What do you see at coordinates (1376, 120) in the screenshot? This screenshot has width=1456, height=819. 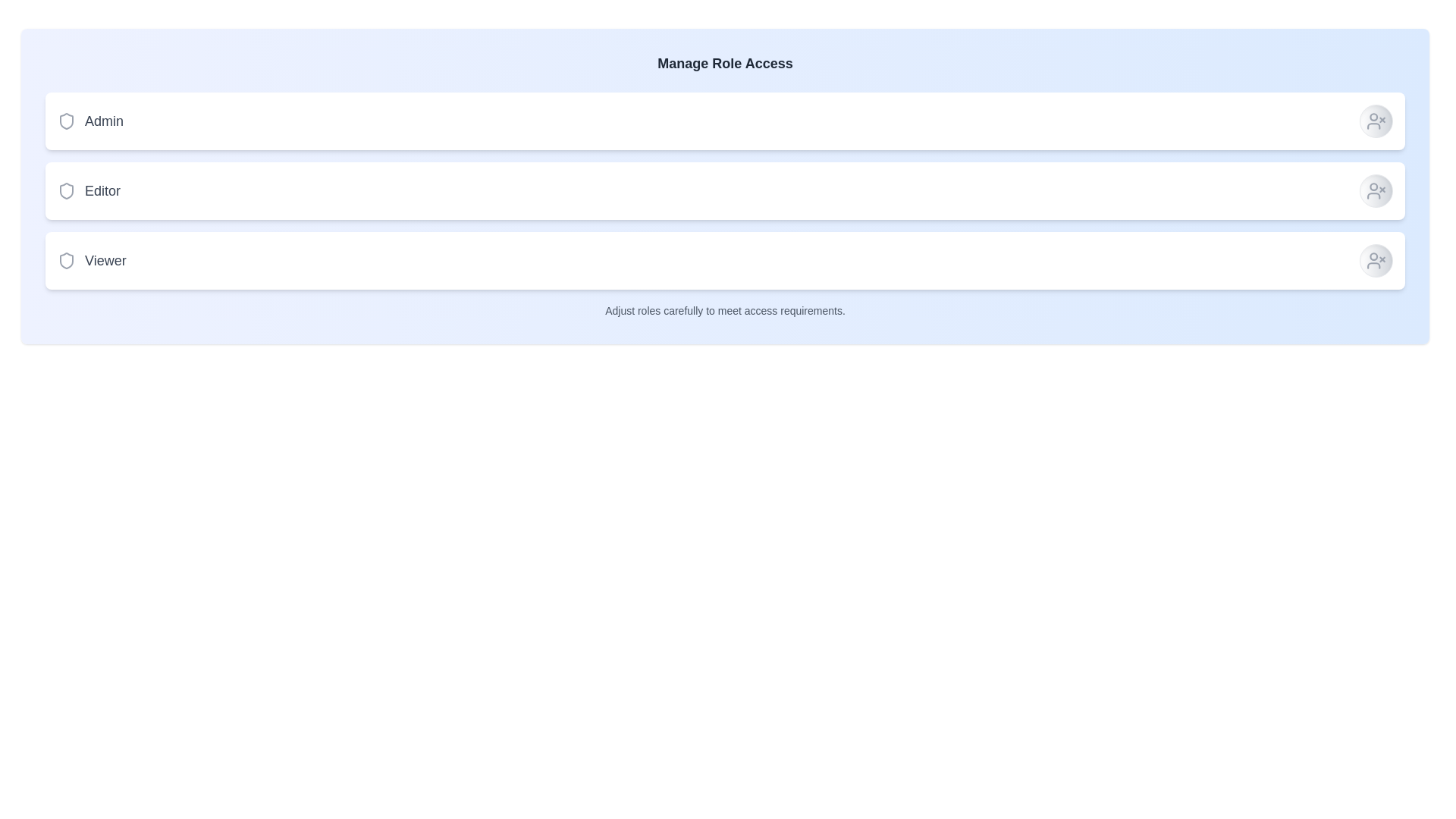 I see `the user icon with an 'X' overlay located to the far right of the 'Admin' label in the first row of the user roles list` at bounding box center [1376, 120].